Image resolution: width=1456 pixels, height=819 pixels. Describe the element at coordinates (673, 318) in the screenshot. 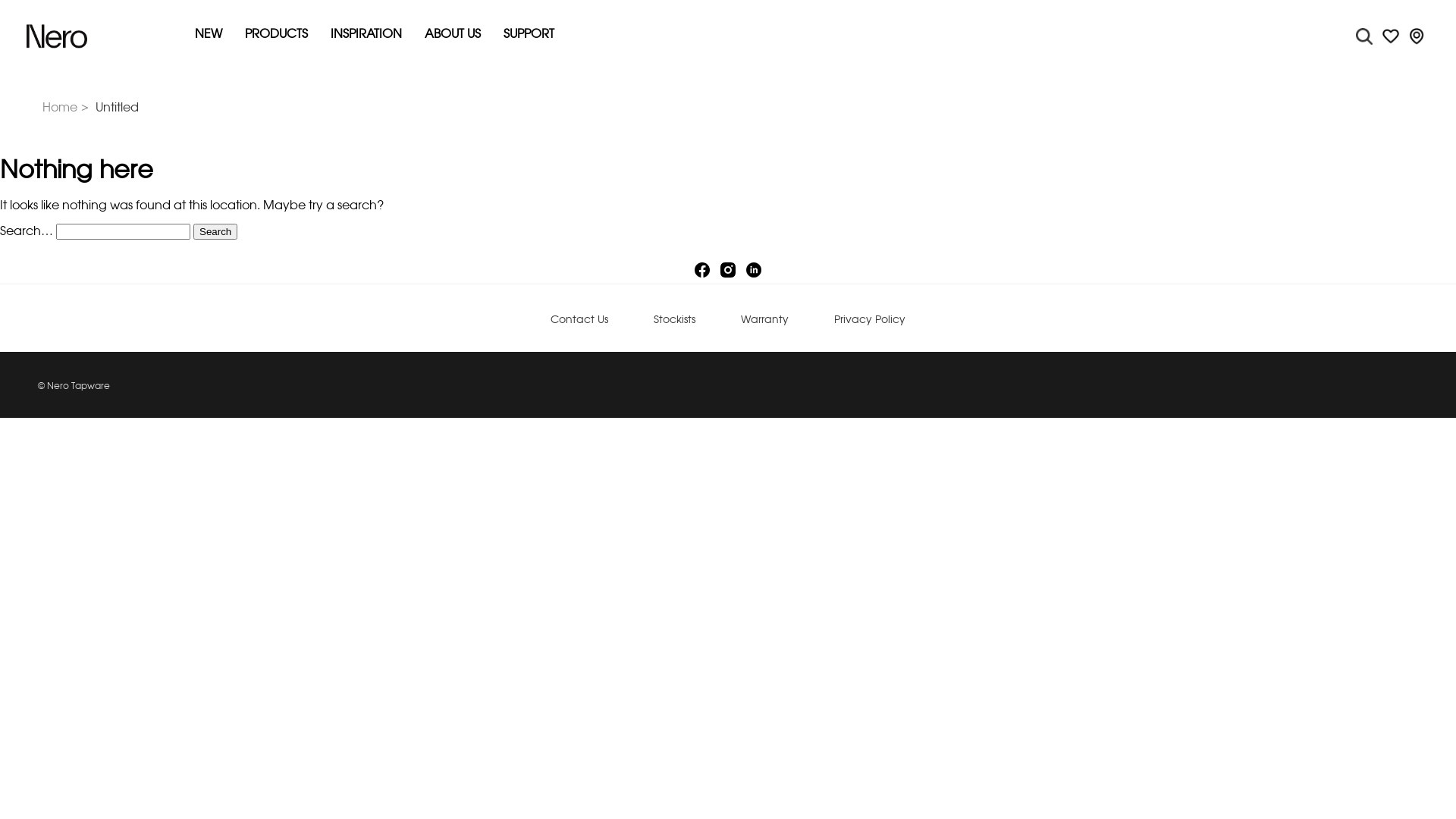

I see `'Stockists'` at that location.